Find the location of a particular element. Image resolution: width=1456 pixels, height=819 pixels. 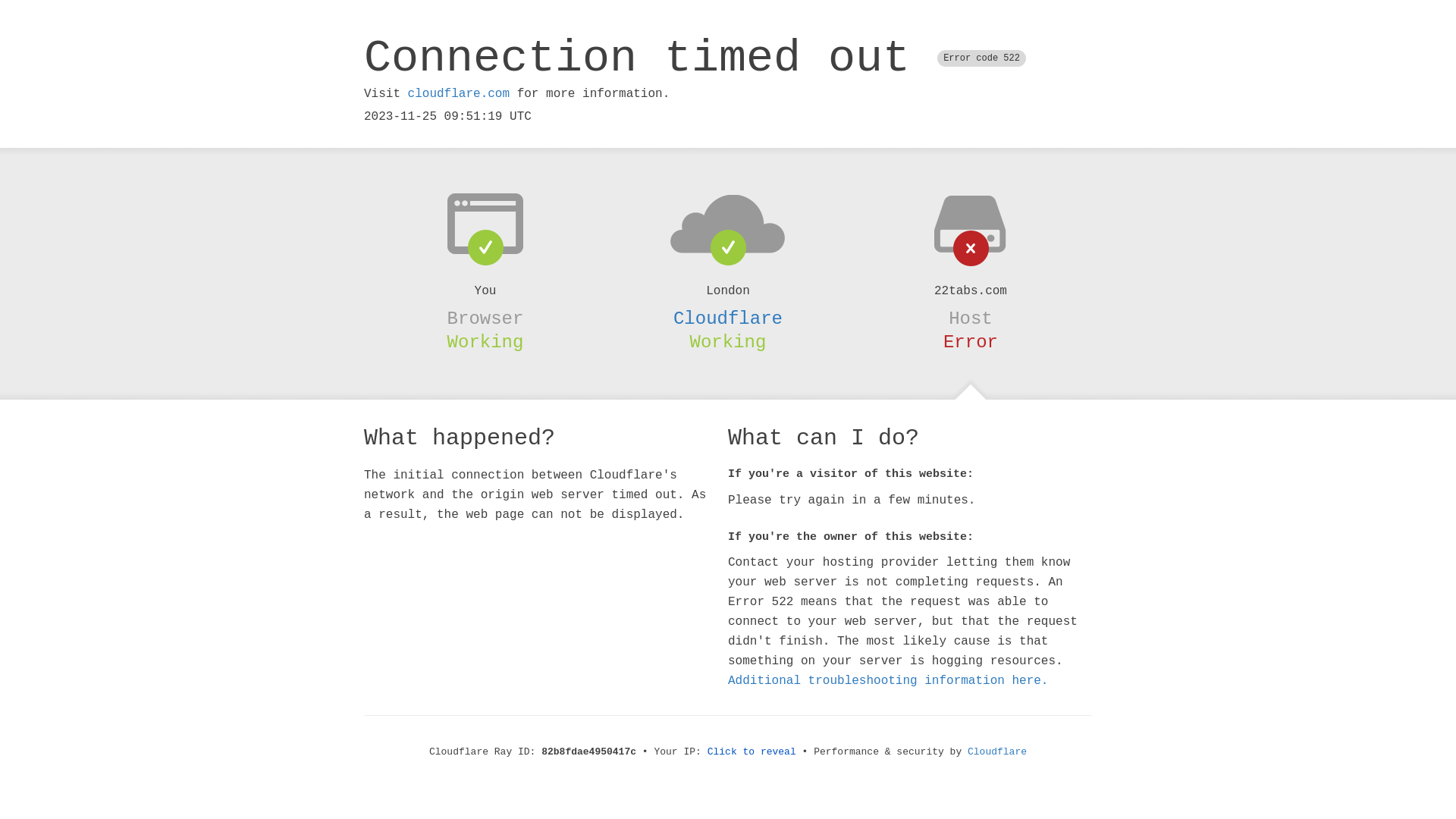

'Cloudflare' is located at coordinates (997, 752).